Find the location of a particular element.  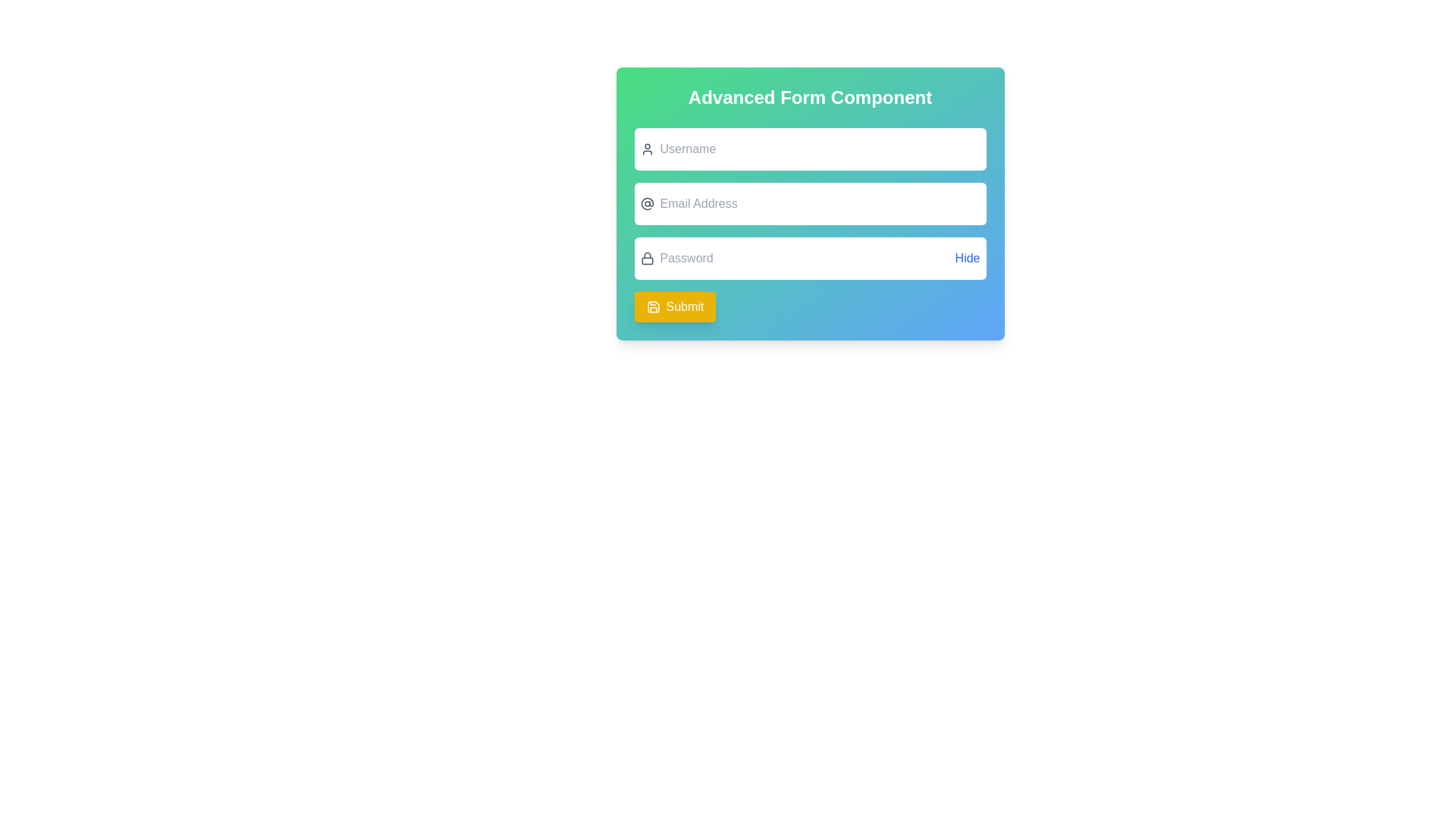

the visibility toggle button located at the right end of the password input field is located at coordinates (967, 257).